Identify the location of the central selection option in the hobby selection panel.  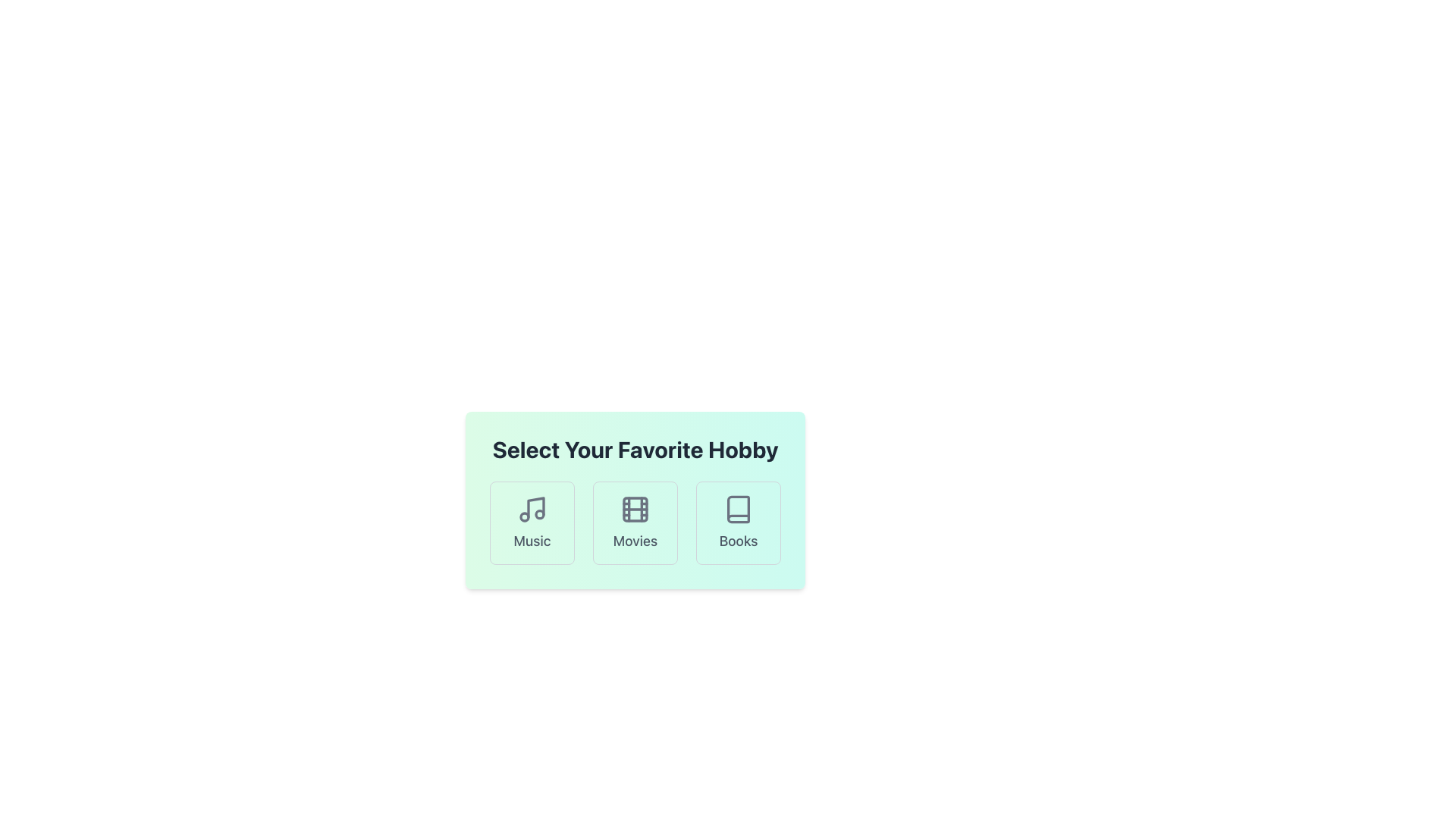
(635, 500).